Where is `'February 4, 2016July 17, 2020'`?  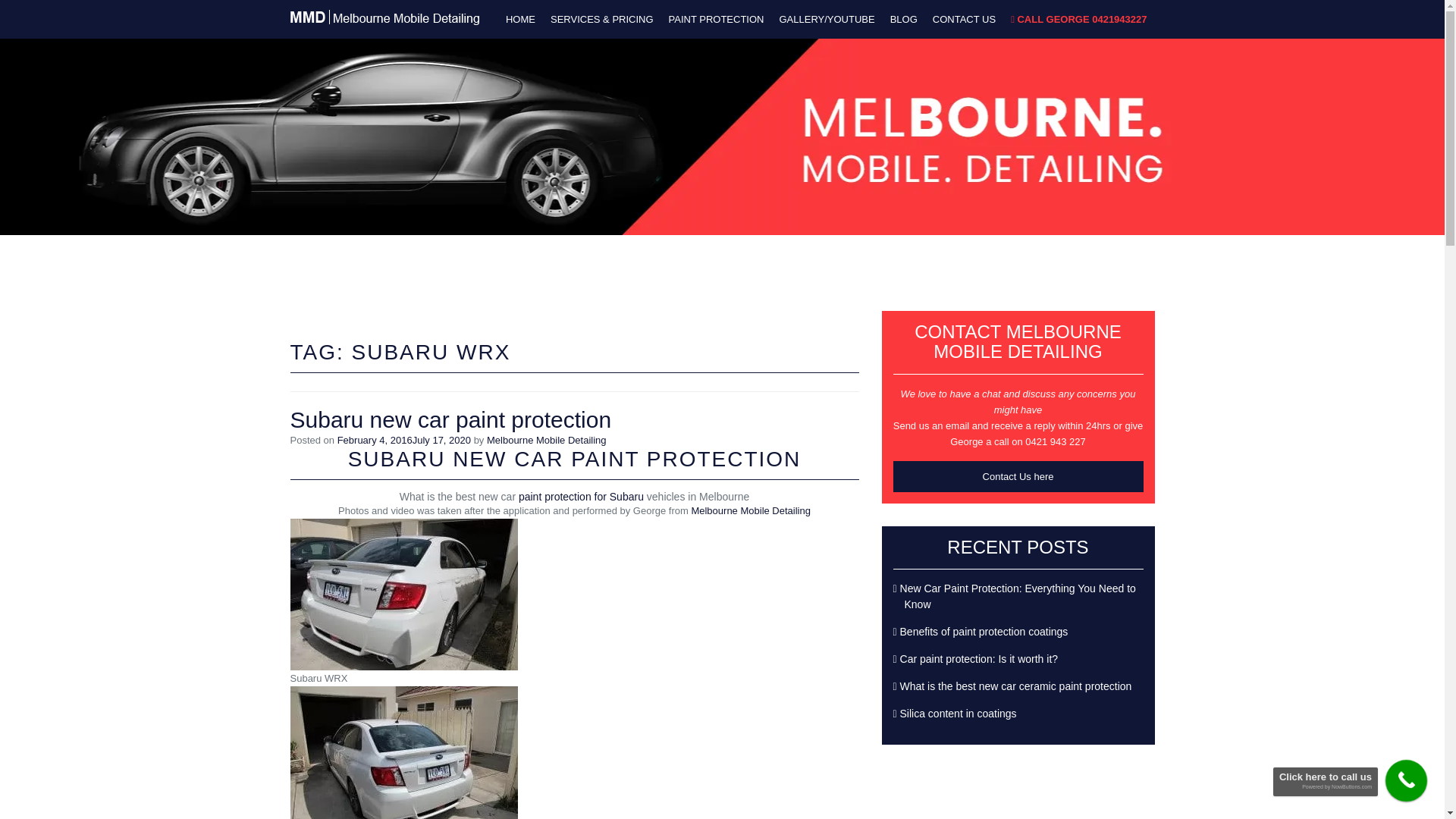 'February 4, 2016July 17, 2020' is located at coordinates (403, 440).